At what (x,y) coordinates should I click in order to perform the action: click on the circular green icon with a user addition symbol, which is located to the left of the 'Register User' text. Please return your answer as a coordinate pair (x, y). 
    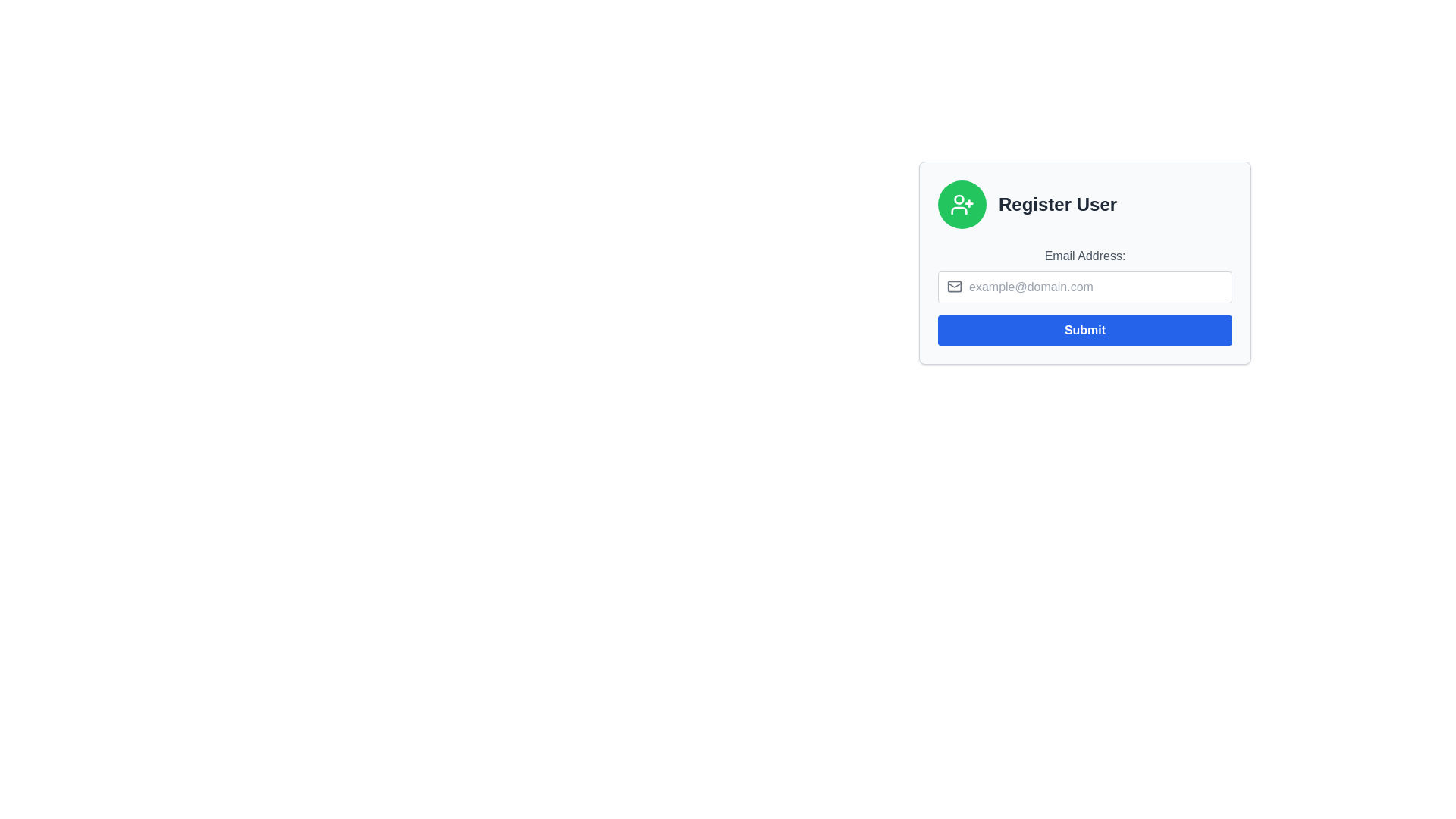
    Looking at the image, I should click on (961, 205).